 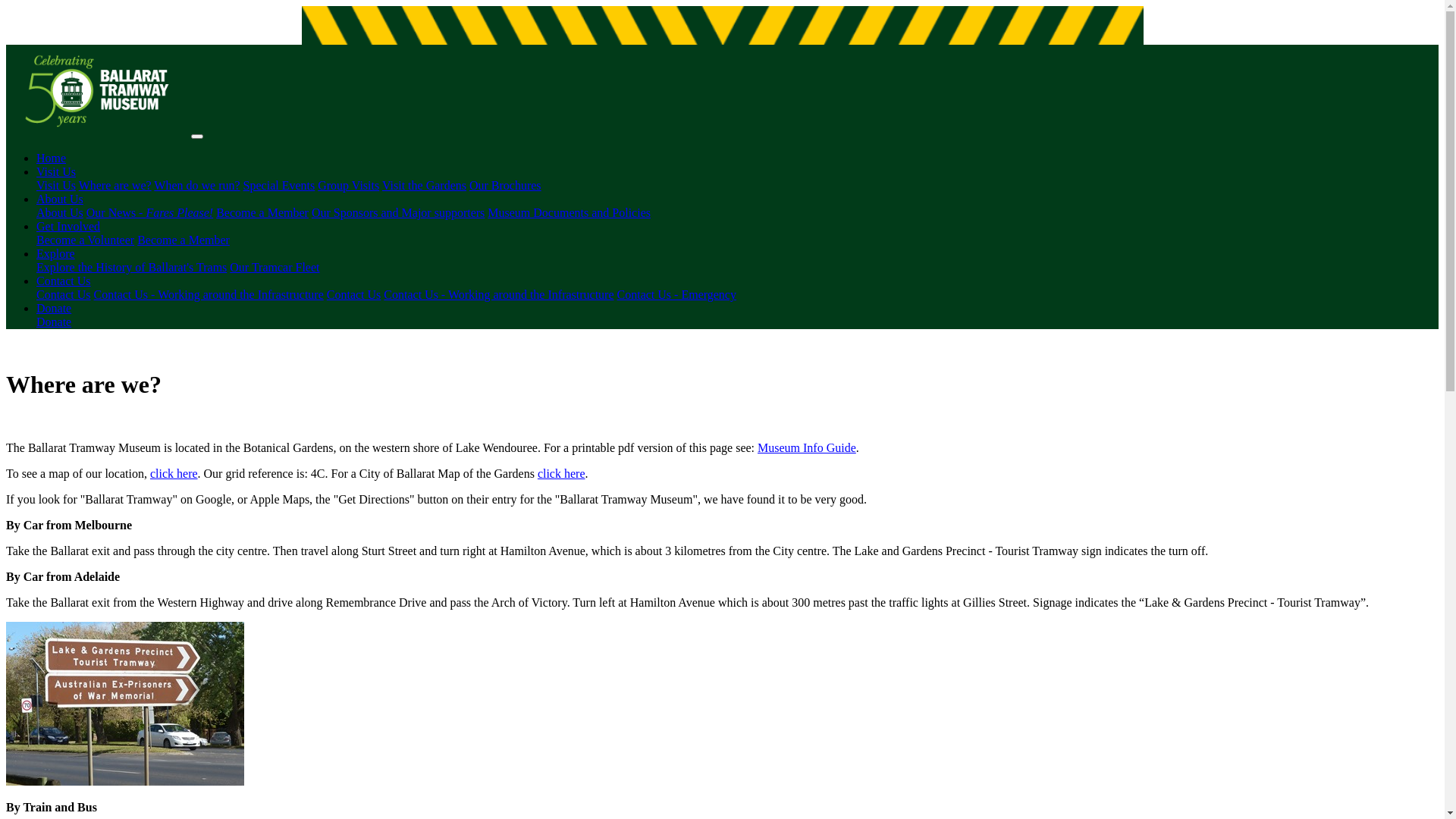 I want to click on 'Where are we?', so click(x=115, y=184).